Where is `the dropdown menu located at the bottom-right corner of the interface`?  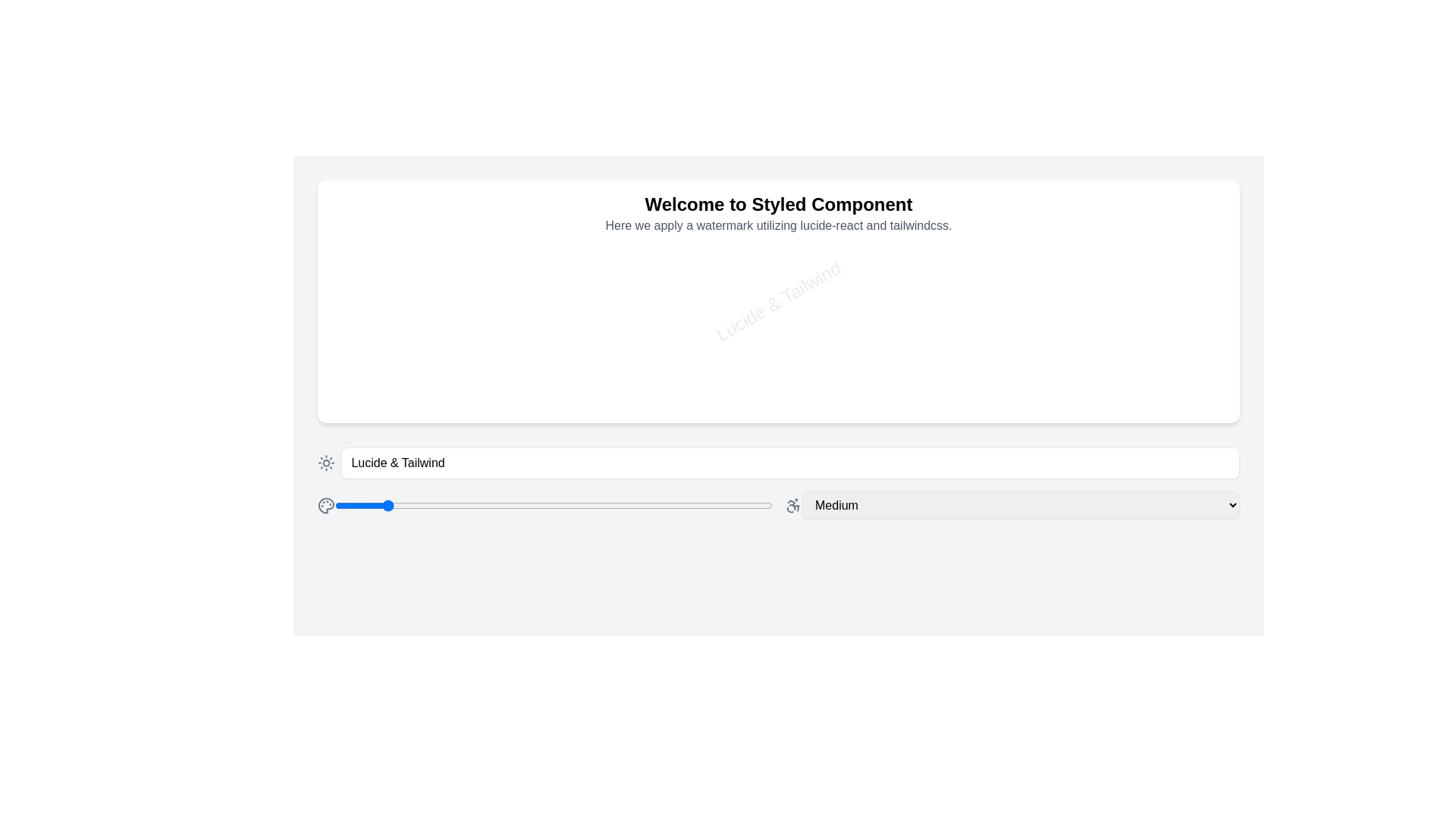 the dropdown menu located at the bottom-right corner of the interface is located at coordinates (1021, 505).